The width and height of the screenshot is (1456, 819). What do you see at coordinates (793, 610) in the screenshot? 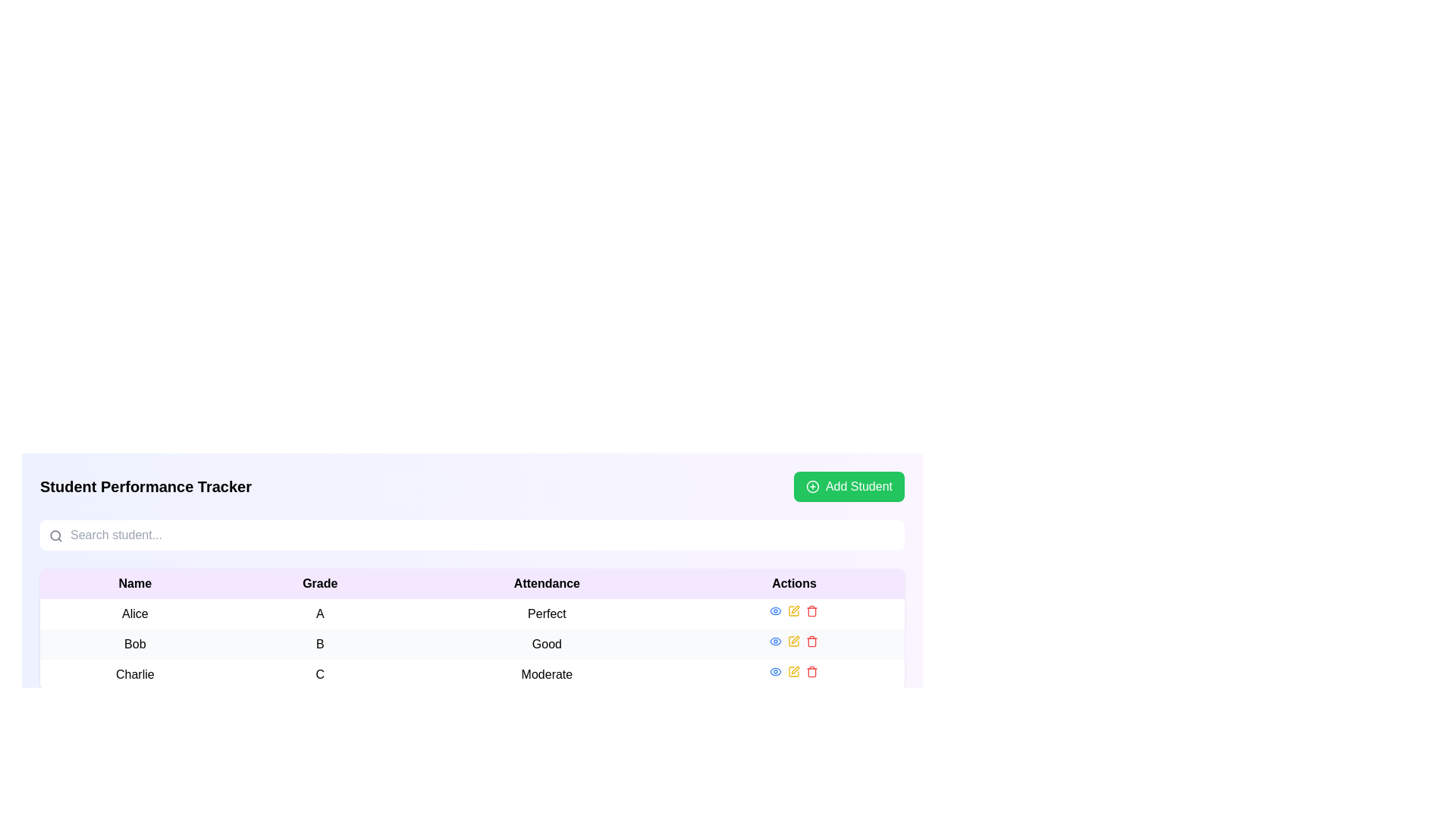
I see `the Row action controls for the entry 'Alice' in the table, which includes icons for viewing, editing, and deleting actions` at bounding box center [793, 610].